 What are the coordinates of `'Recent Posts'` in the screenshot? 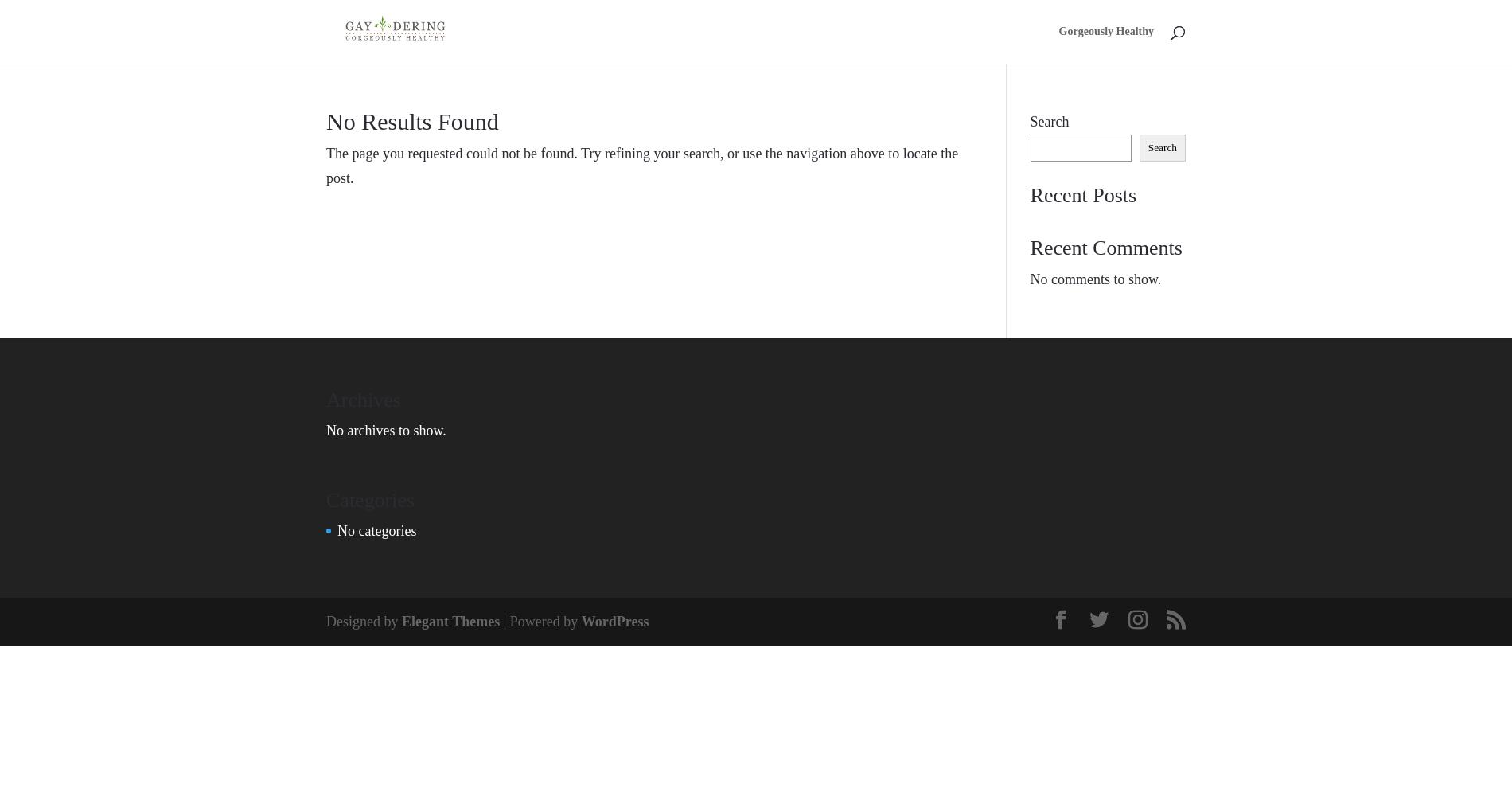 It's located at (1029, 193).